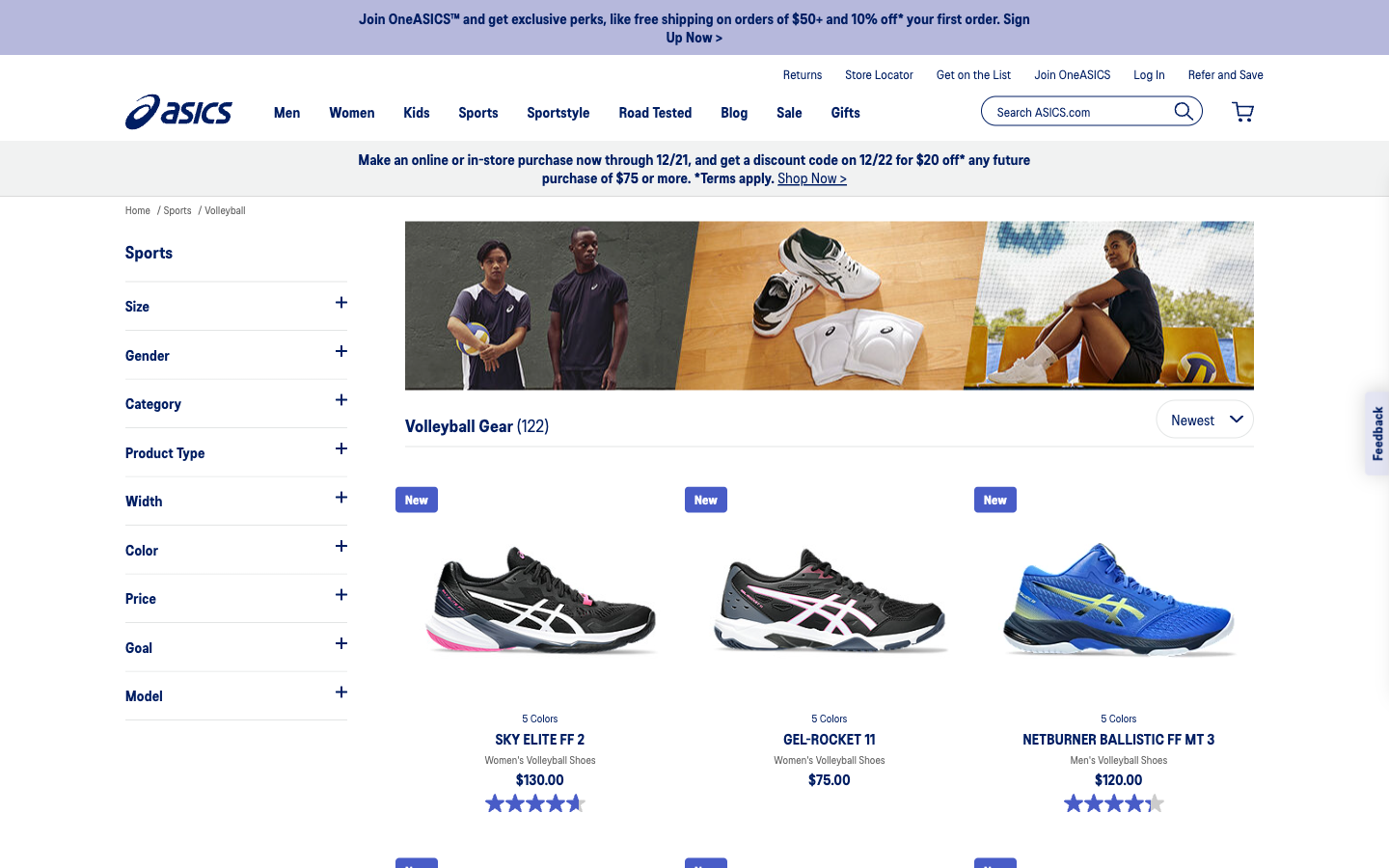 This screenshot has height=868, width=1389. I want to click on the filter by the size of shoes, so click(234, 304).